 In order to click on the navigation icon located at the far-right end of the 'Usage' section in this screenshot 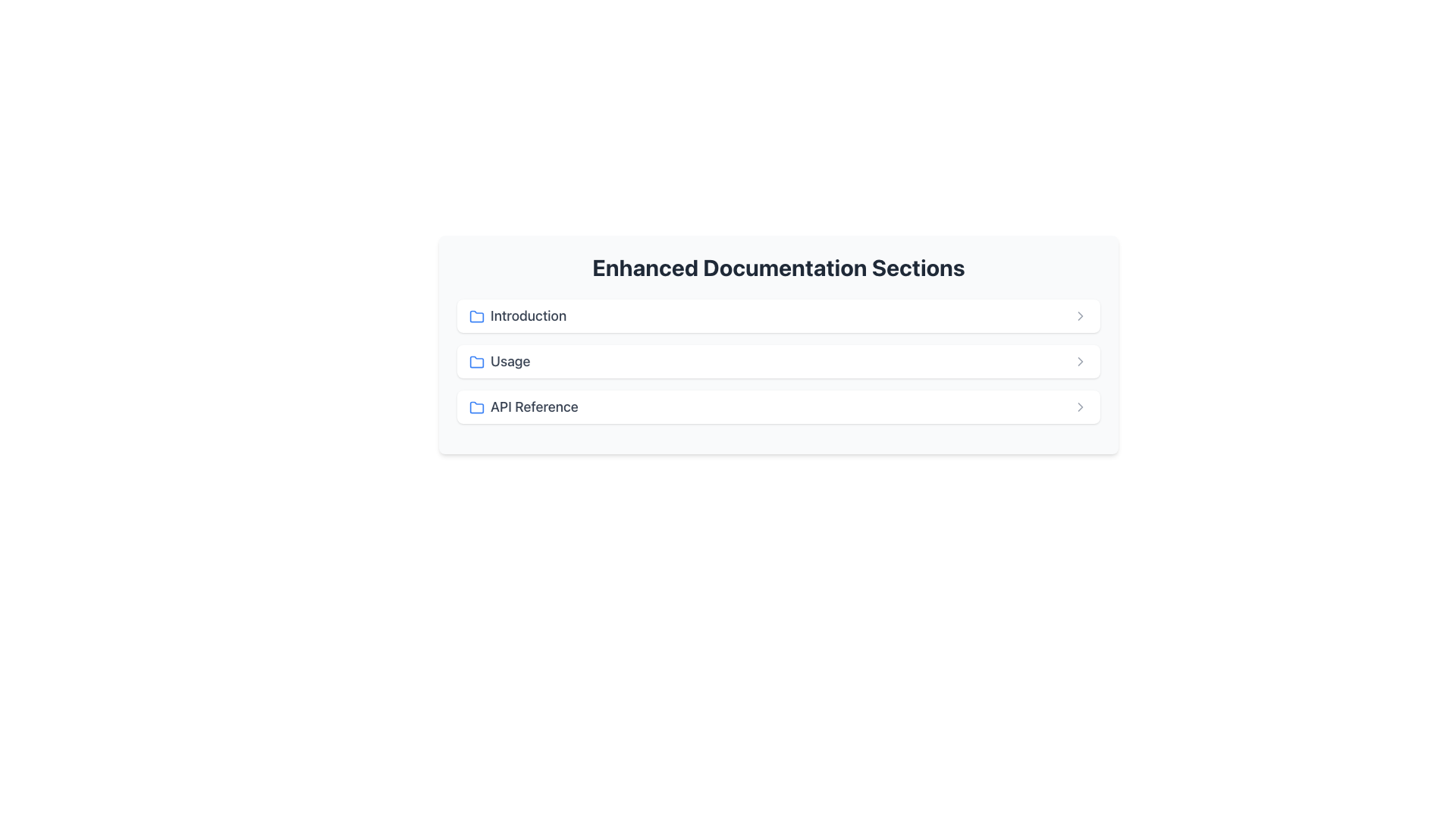, I will do `click(1080, 362)`.